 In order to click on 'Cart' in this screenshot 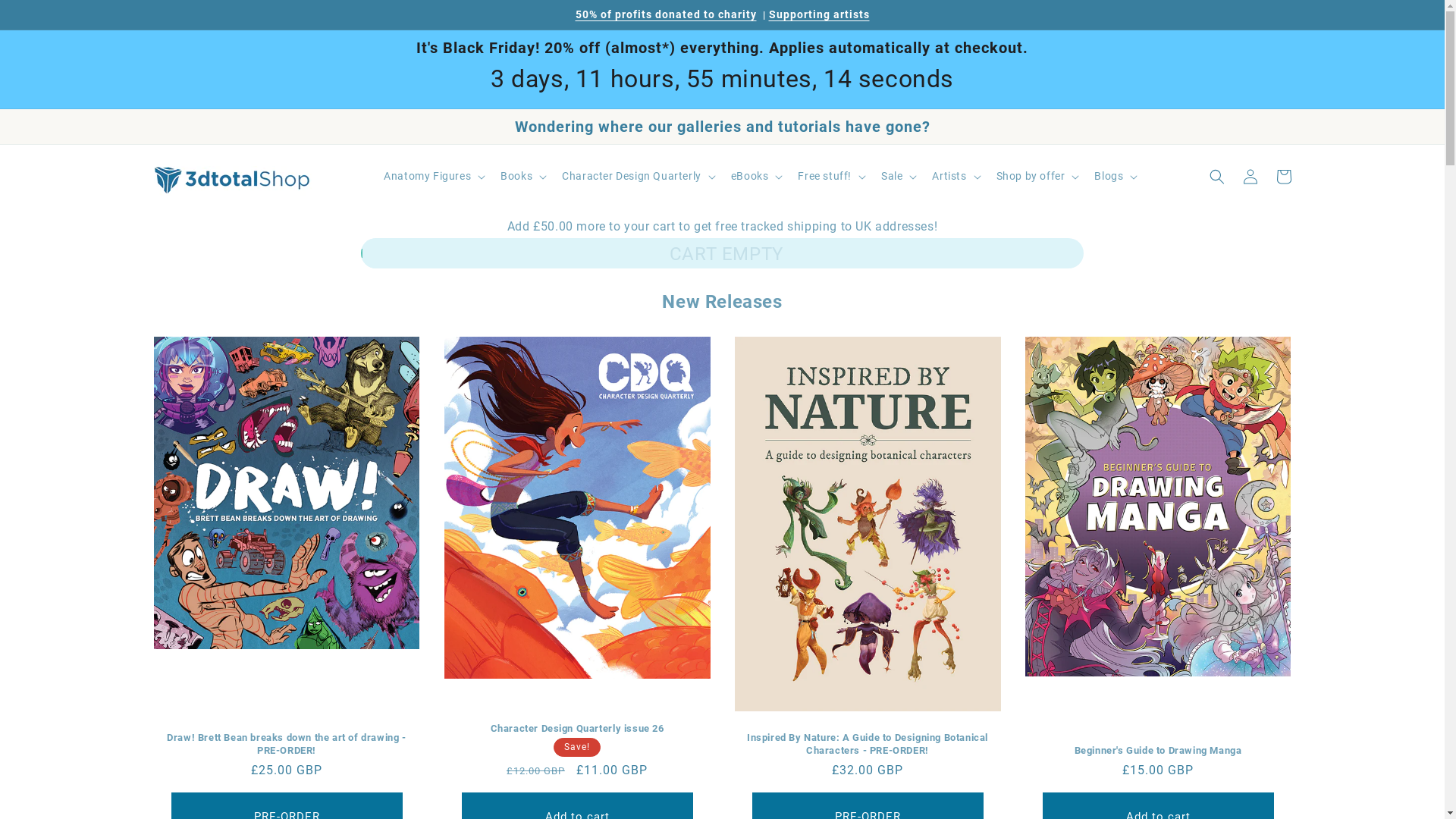, I will do `click(1282, 175)`.